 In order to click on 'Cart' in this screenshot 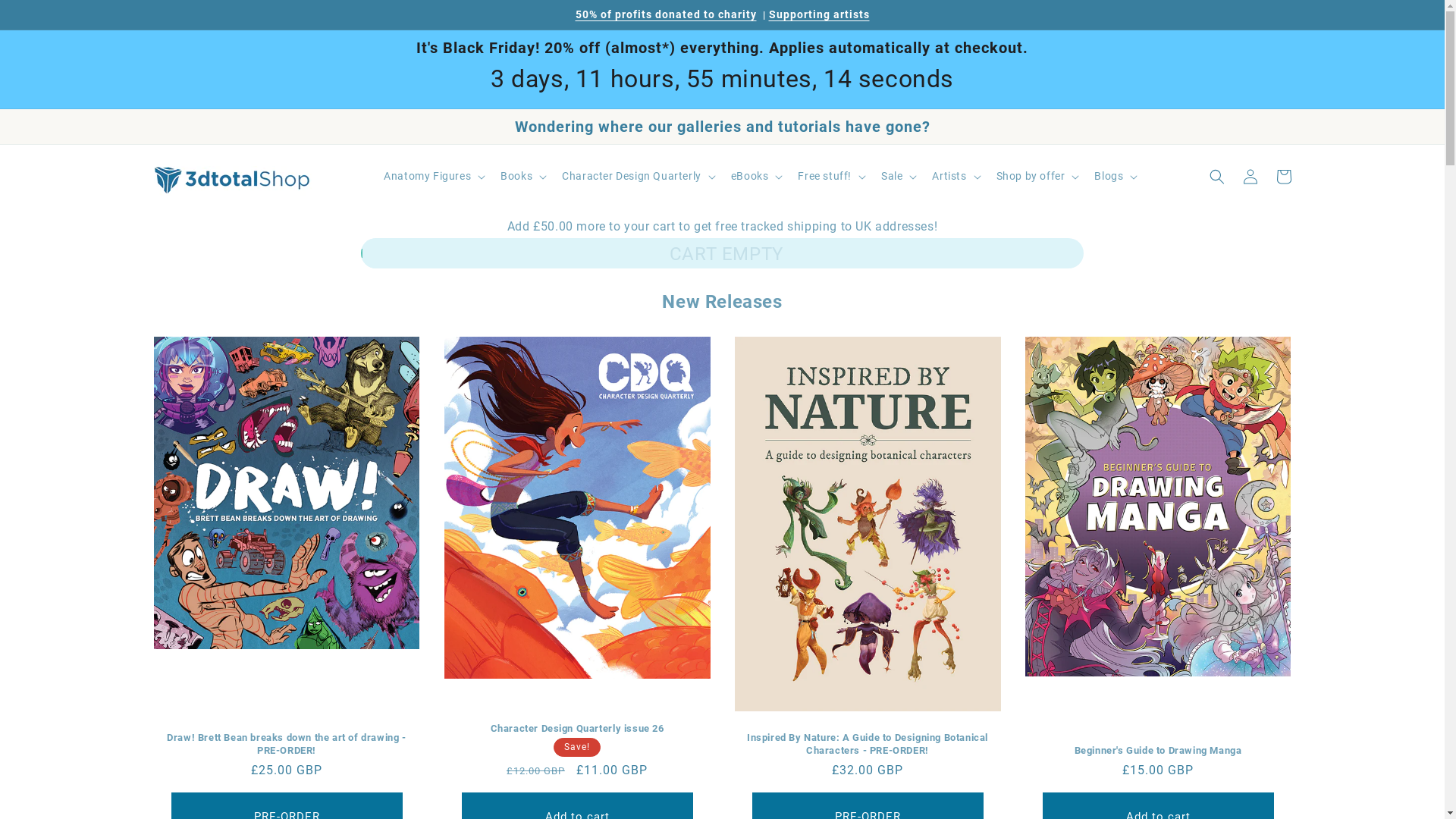, I will do `click(1282, 175)`.